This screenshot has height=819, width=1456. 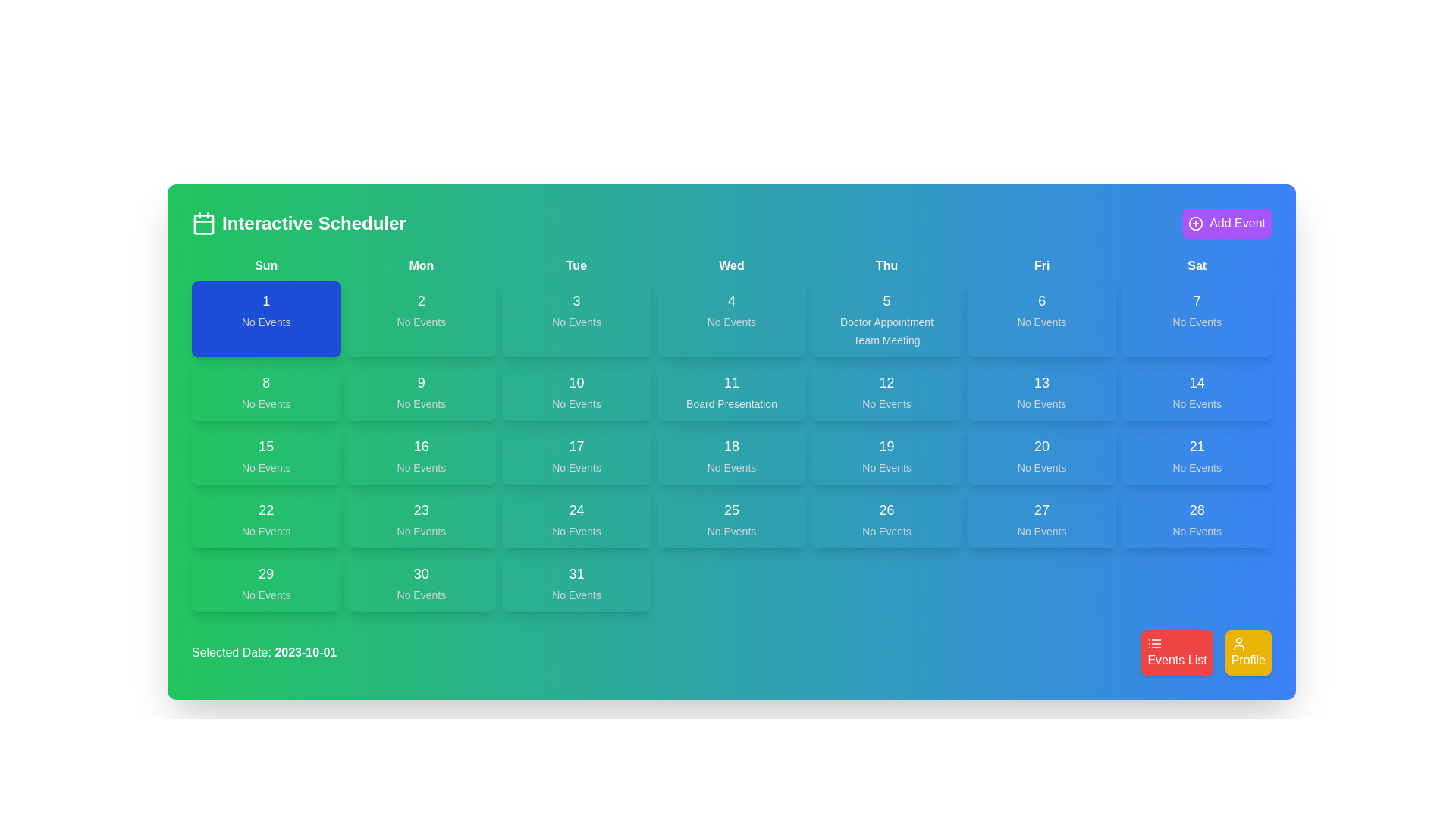 I want to click on the static text indicating no scheduled events for the date '10' under 'Tuesday' in the Interactive Scheduler, so click(x=576, y=403).